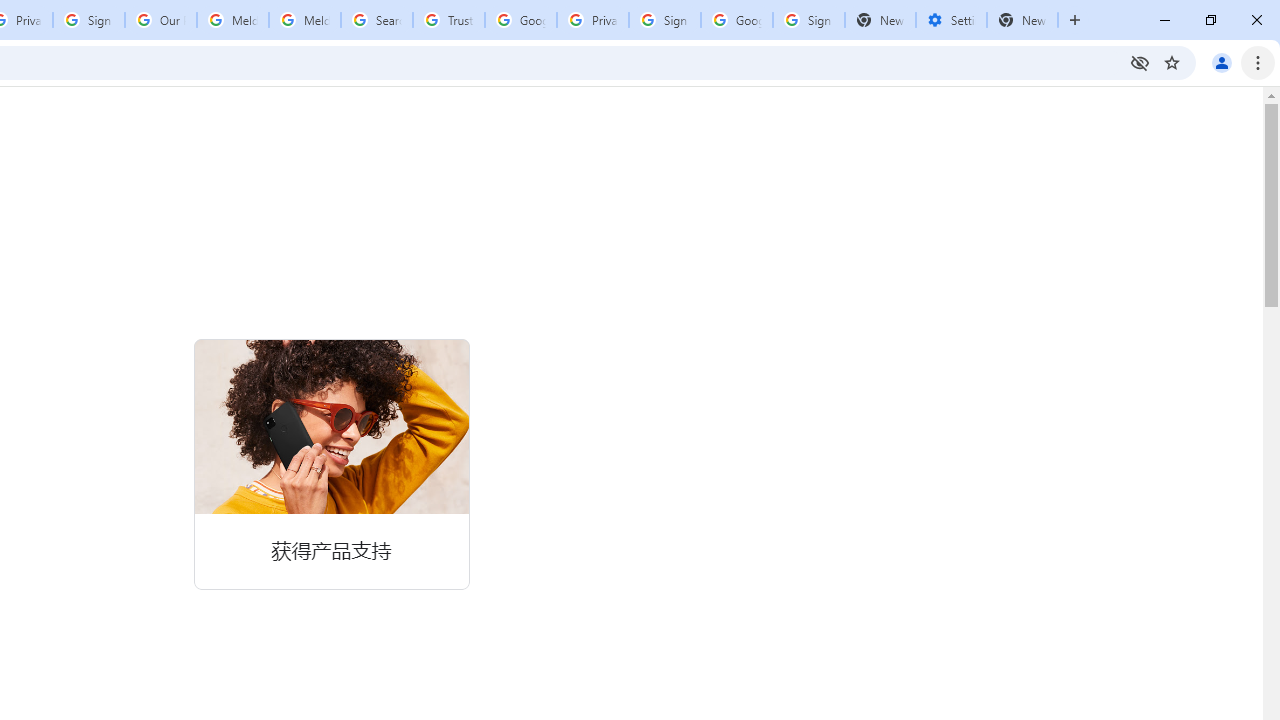  I want to click on 'Chrome', so click(1259, 61).